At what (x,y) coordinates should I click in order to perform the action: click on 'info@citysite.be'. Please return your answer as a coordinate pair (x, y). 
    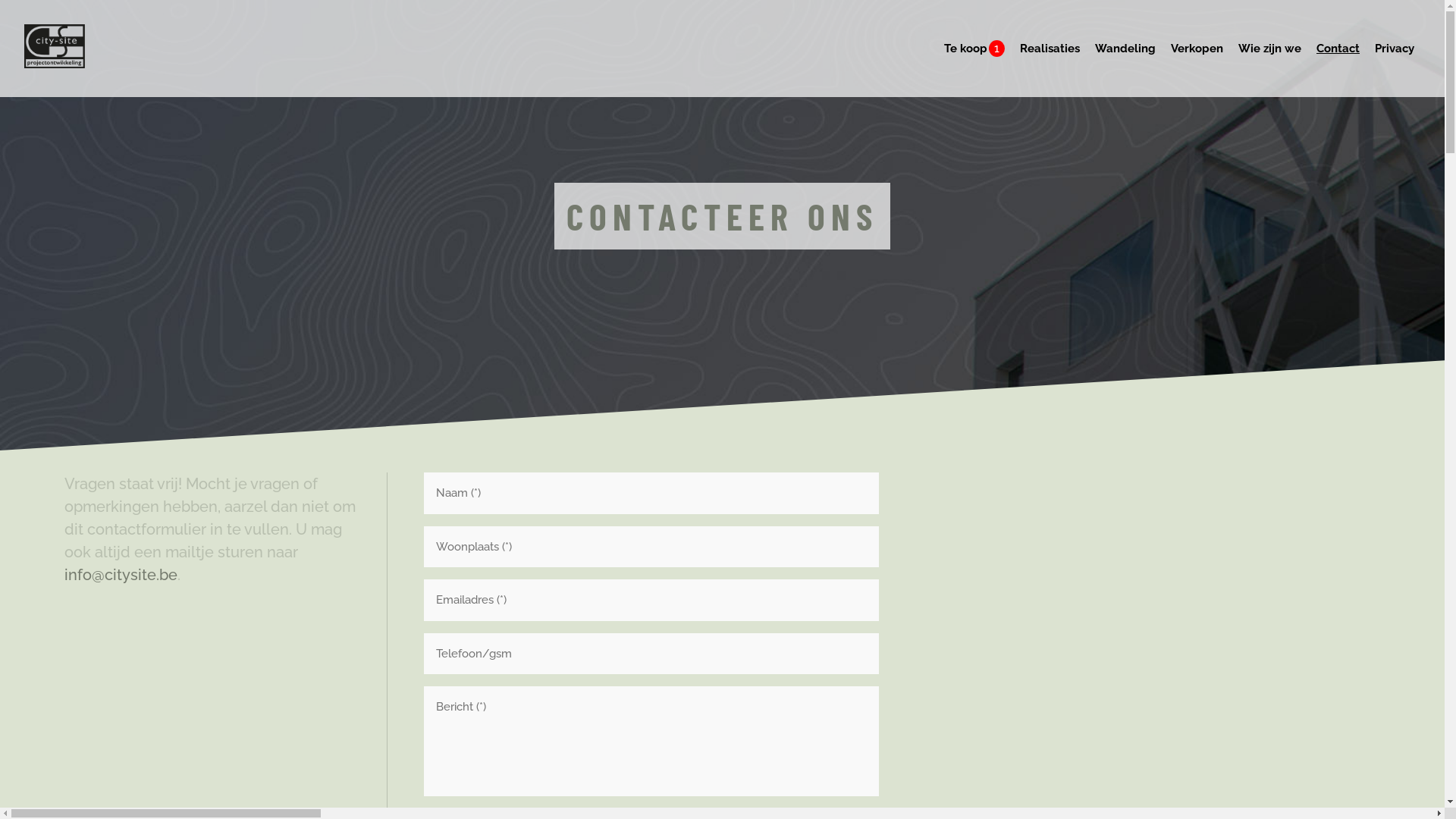
    Looking at the image, I should click on (119, 575).